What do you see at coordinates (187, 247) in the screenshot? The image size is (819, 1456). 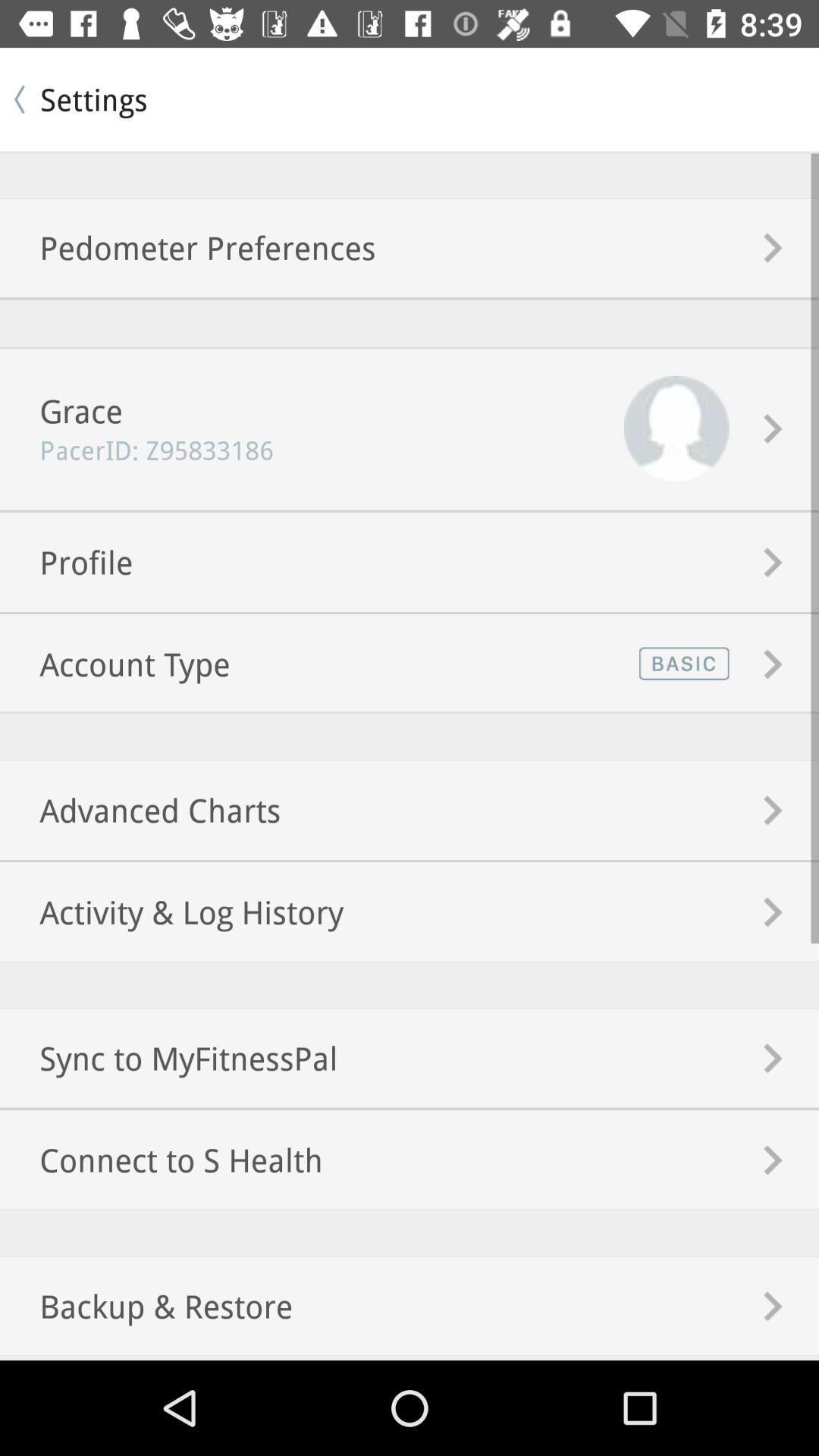 I see `pedometer preferences item` at bounding box center [187, 247].